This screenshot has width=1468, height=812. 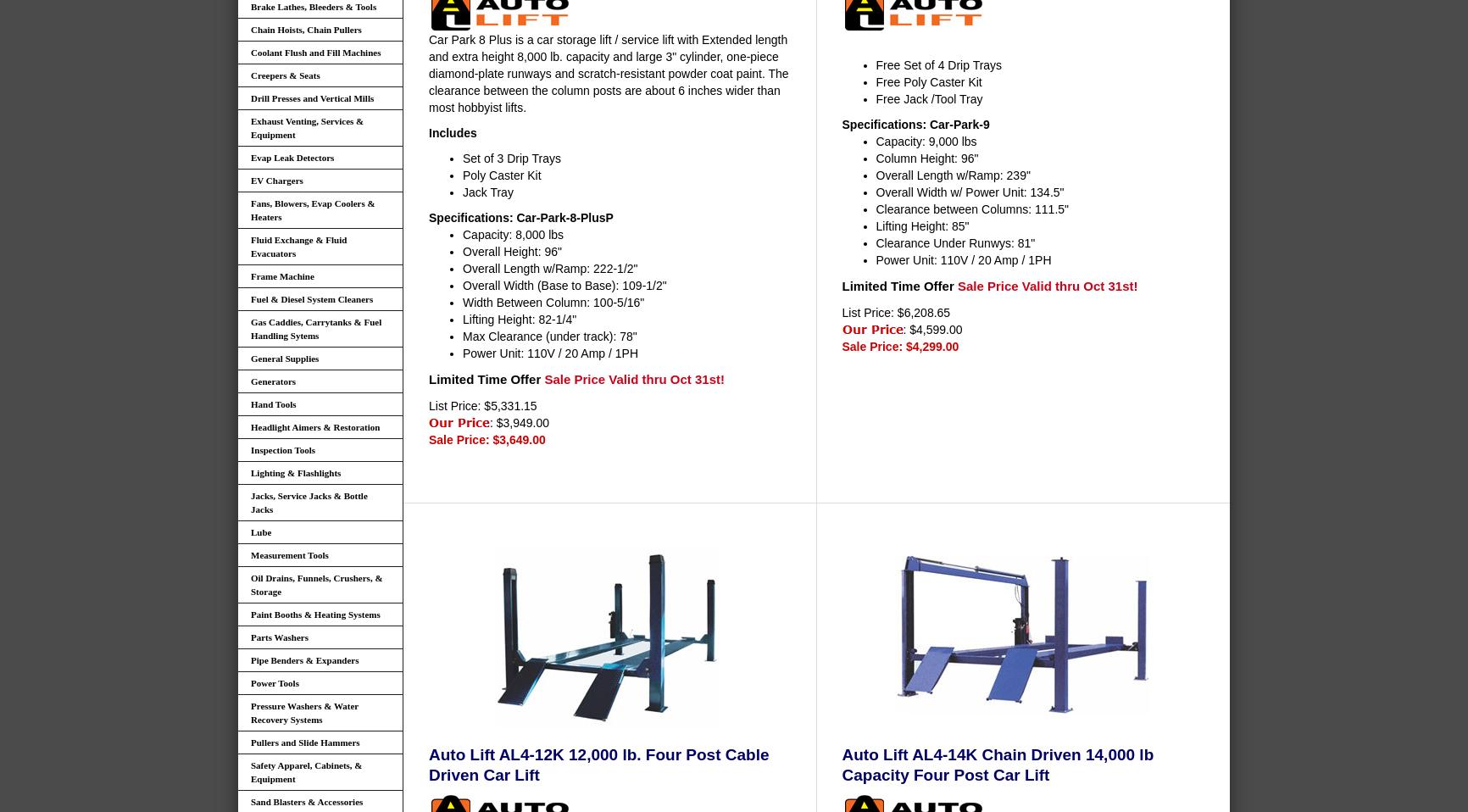 What do you see at coordinates (249, 6) in the screenshot?
I see `'Brake Lathes, Bleeders & Tools'` at bounding box center [249, 6].